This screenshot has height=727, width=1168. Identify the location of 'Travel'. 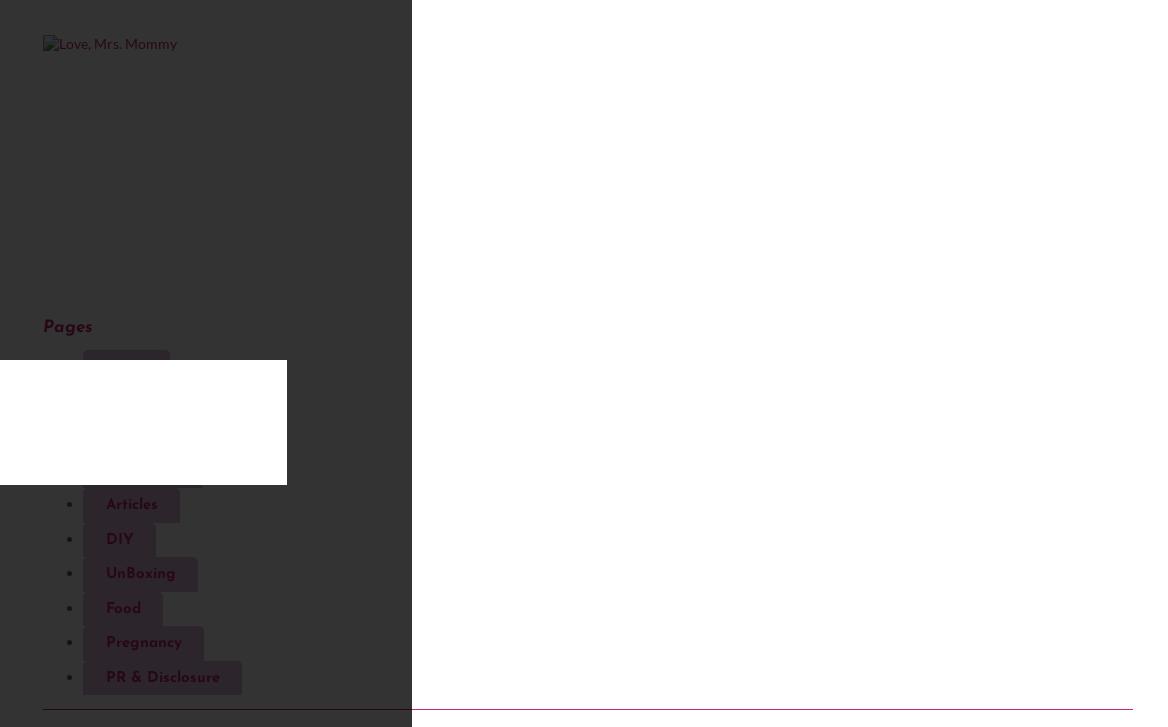
(125, 435).